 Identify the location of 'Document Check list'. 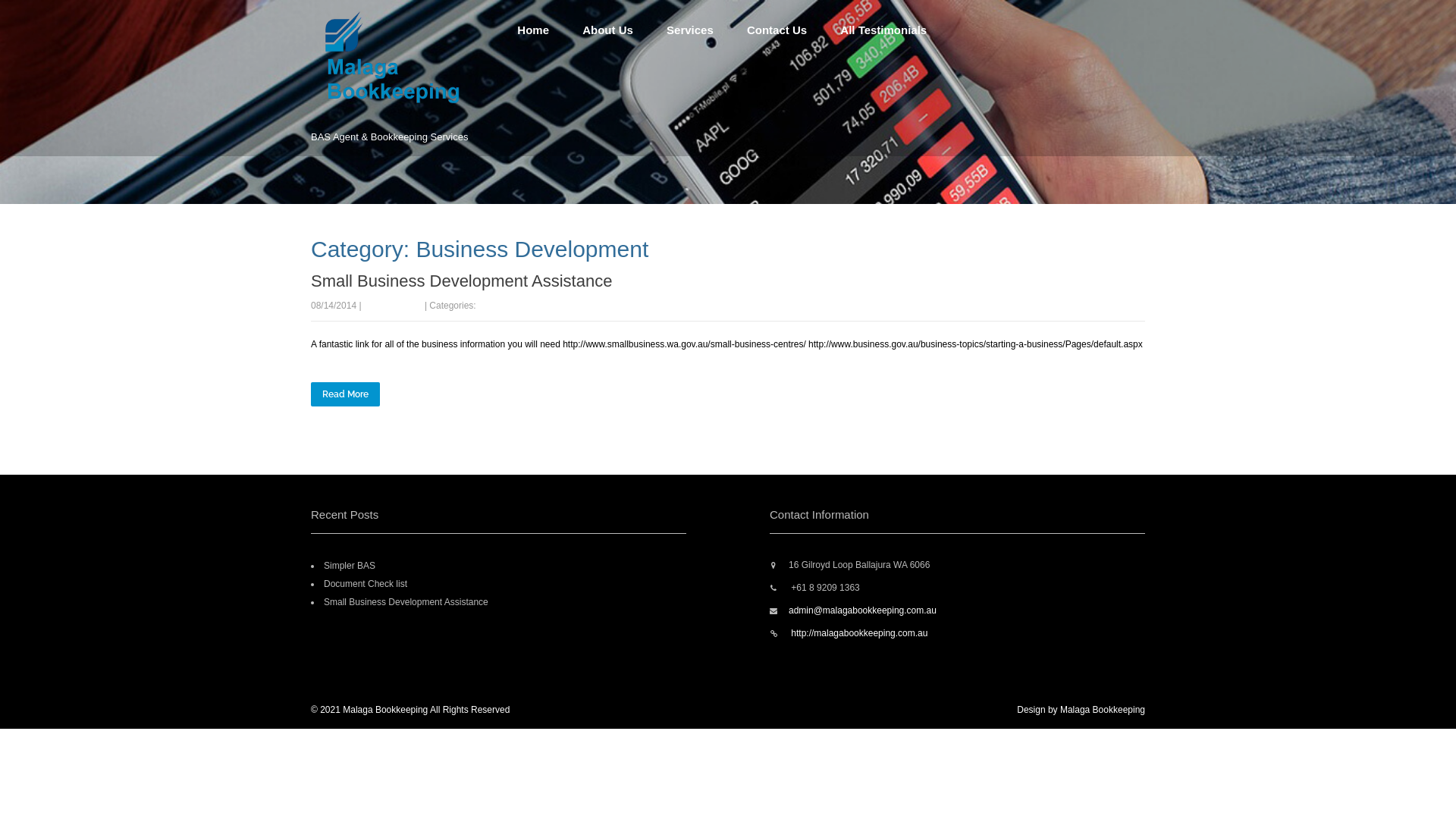
(365, 583).